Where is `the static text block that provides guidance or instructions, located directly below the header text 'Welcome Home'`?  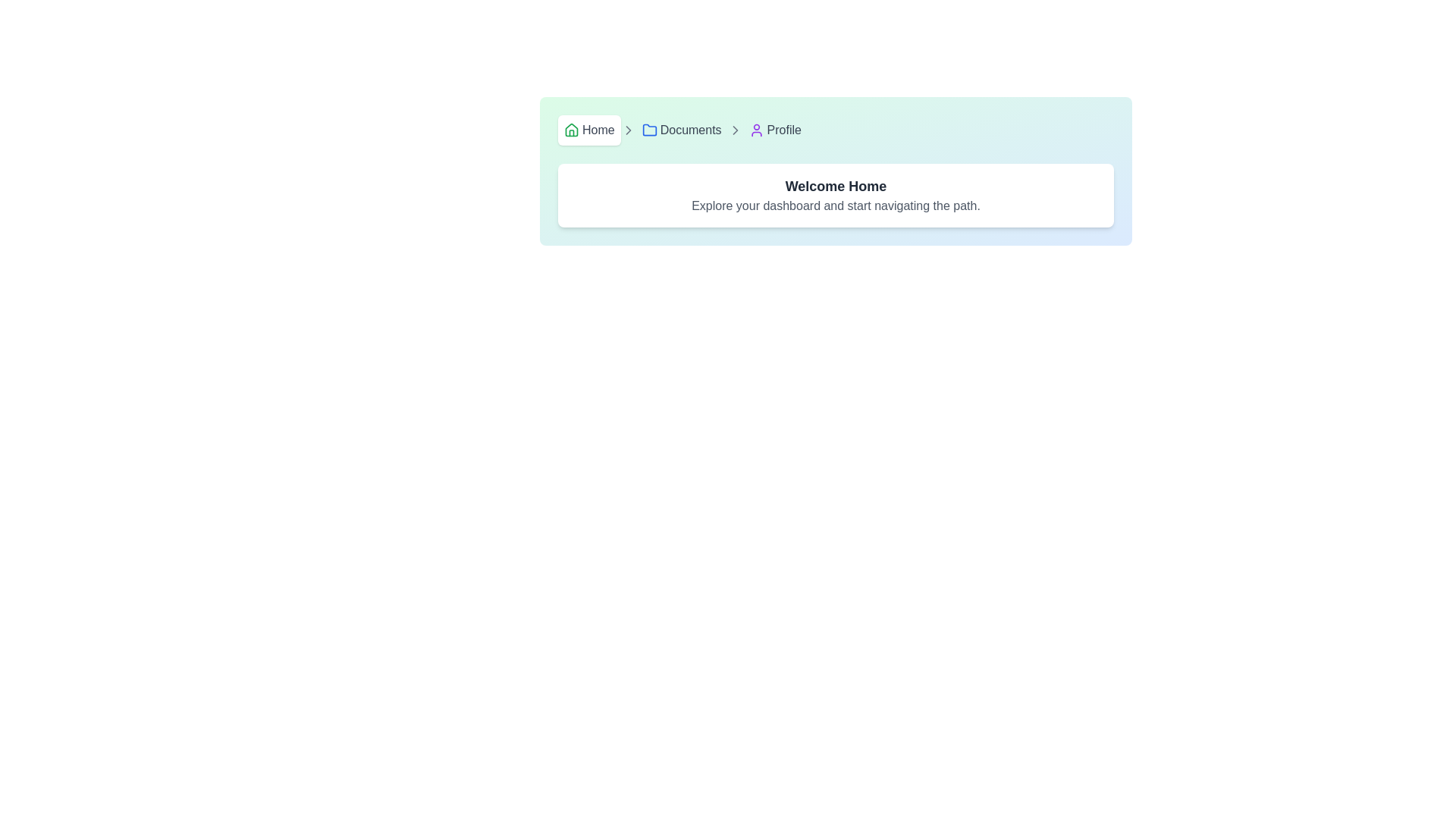
the static text block that provides guidance or instructions, located directly below the header text 'Welcome Home' is located at coordinates (835, 206).